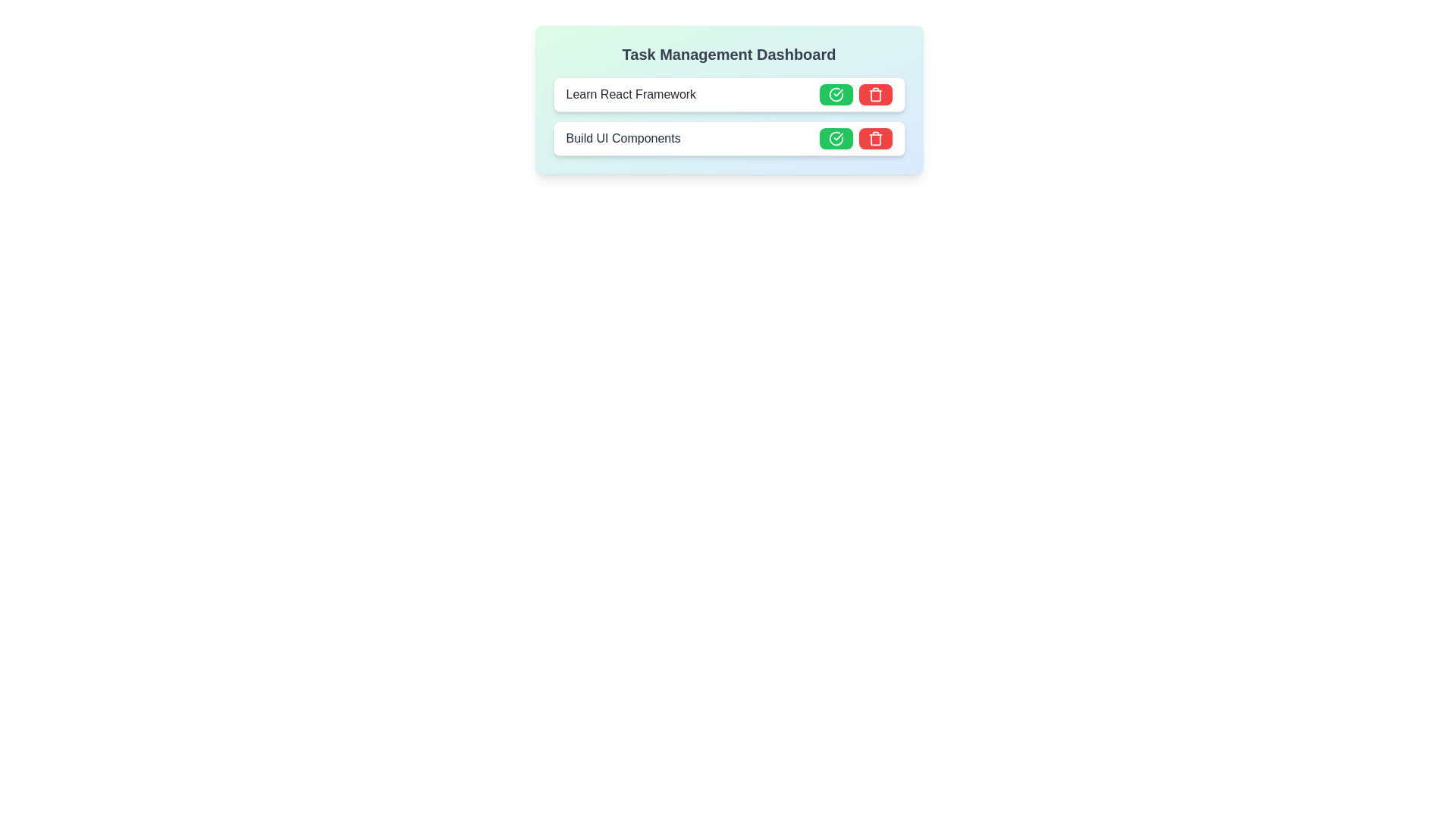 The width and height of the screenshot is (1456, 819). Describe the element at coordinates (835, 138) in the screenshot. I see `the success indicator icon located in the second row of the task management dashboard, adjacent to the text 'Build UI Components', to mark the task as done` at that location.